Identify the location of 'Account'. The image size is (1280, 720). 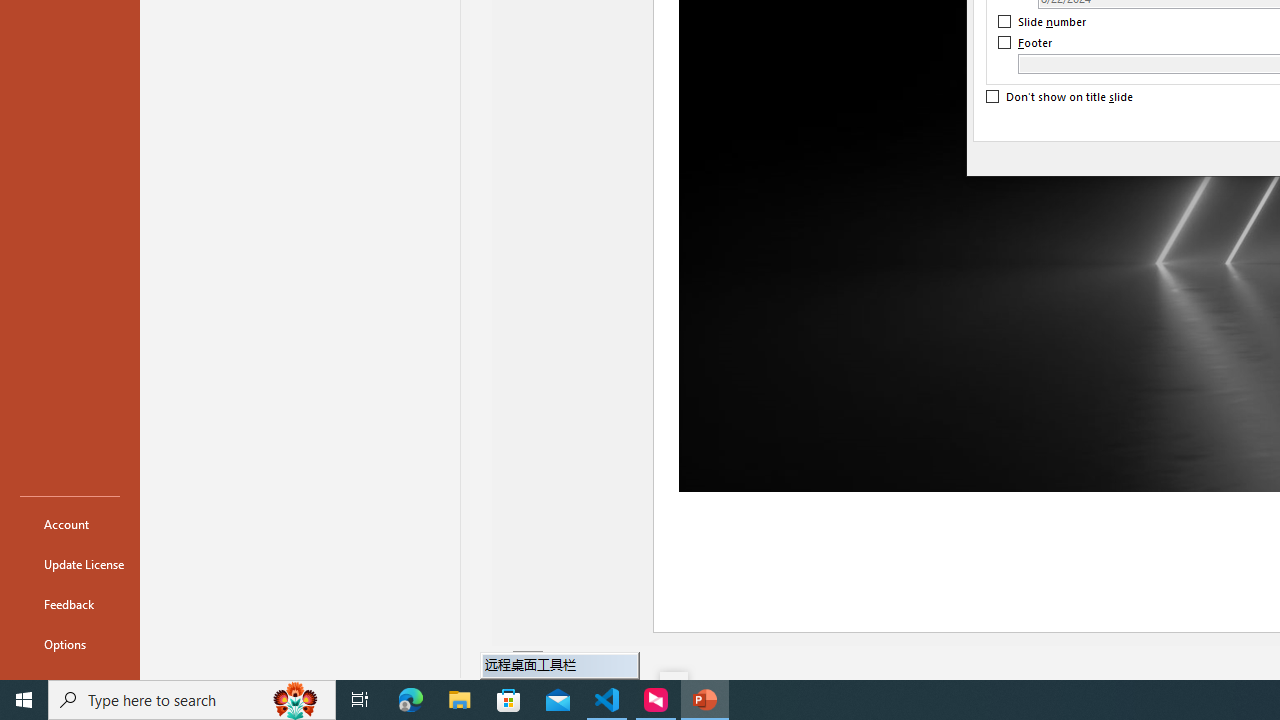
(69, 523).